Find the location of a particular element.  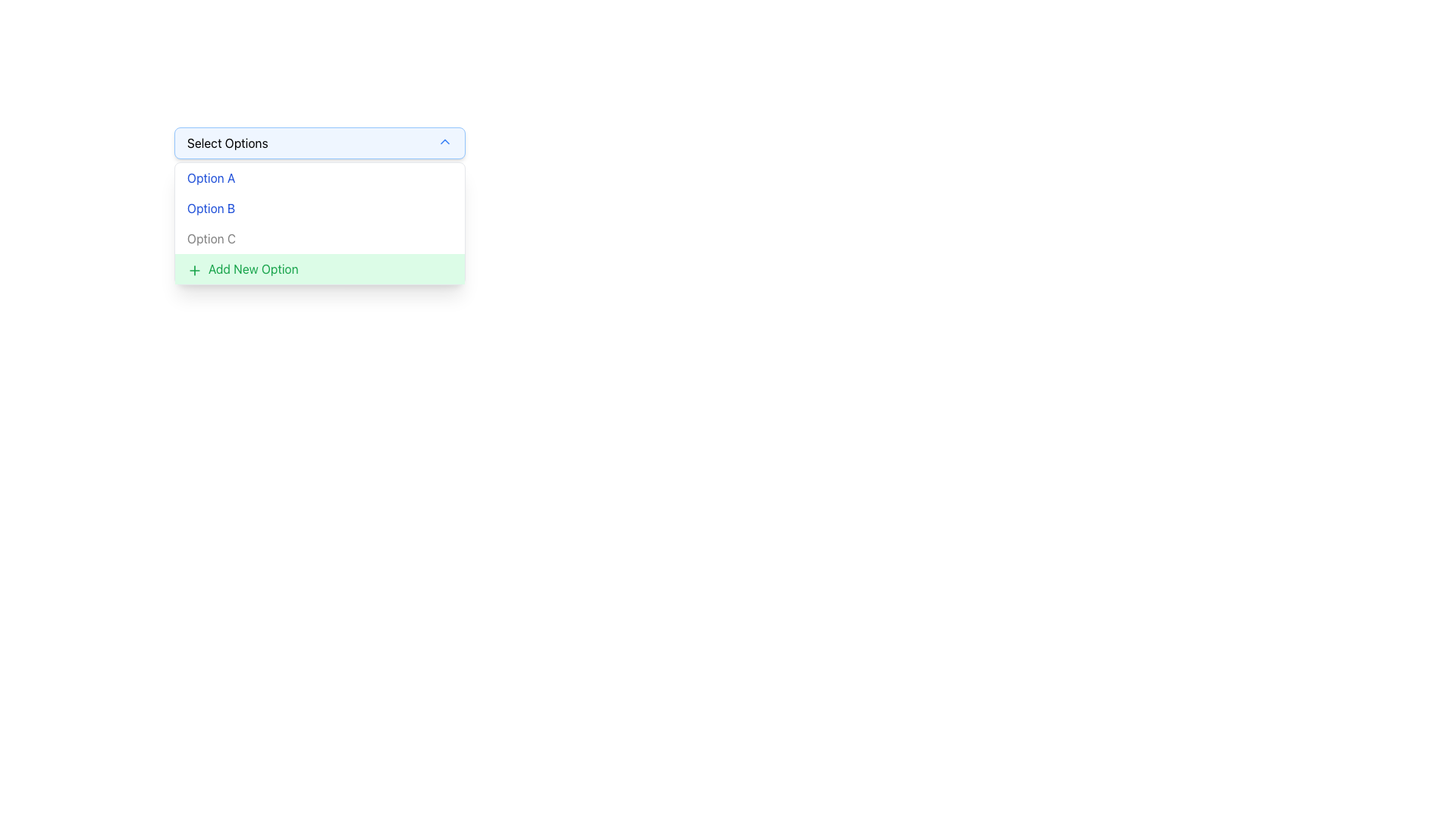

the Dropdown Menu Header which serves as the toggle control for expanding or collapsing the dropdown menu is located at coordinates (319, 143).